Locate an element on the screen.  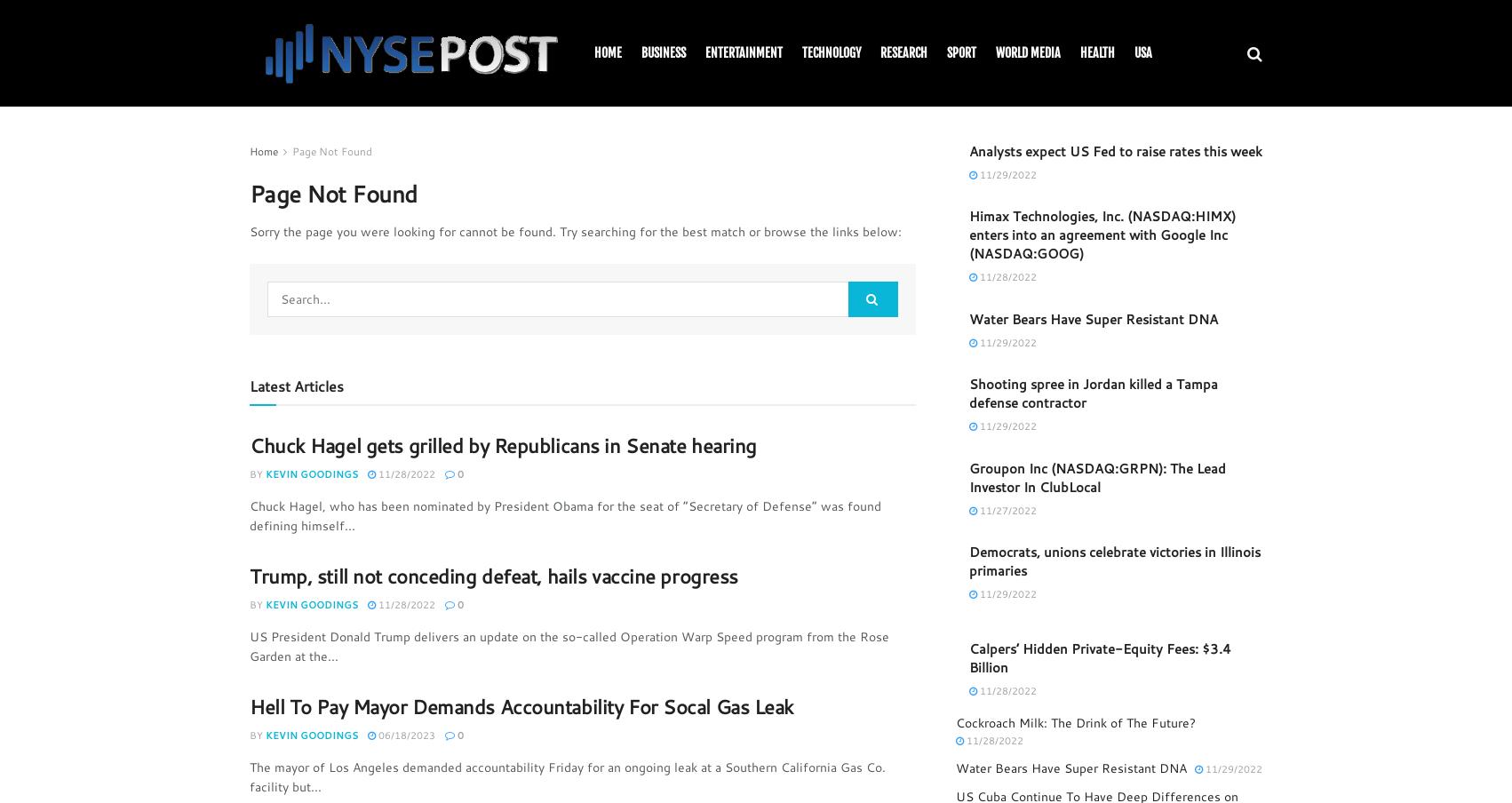
'The mayor of Los Angeles demanded accountability Friday for an ongoing leak at a Southern California Gas Co. facility but...' is located at coordinates (567, 776).